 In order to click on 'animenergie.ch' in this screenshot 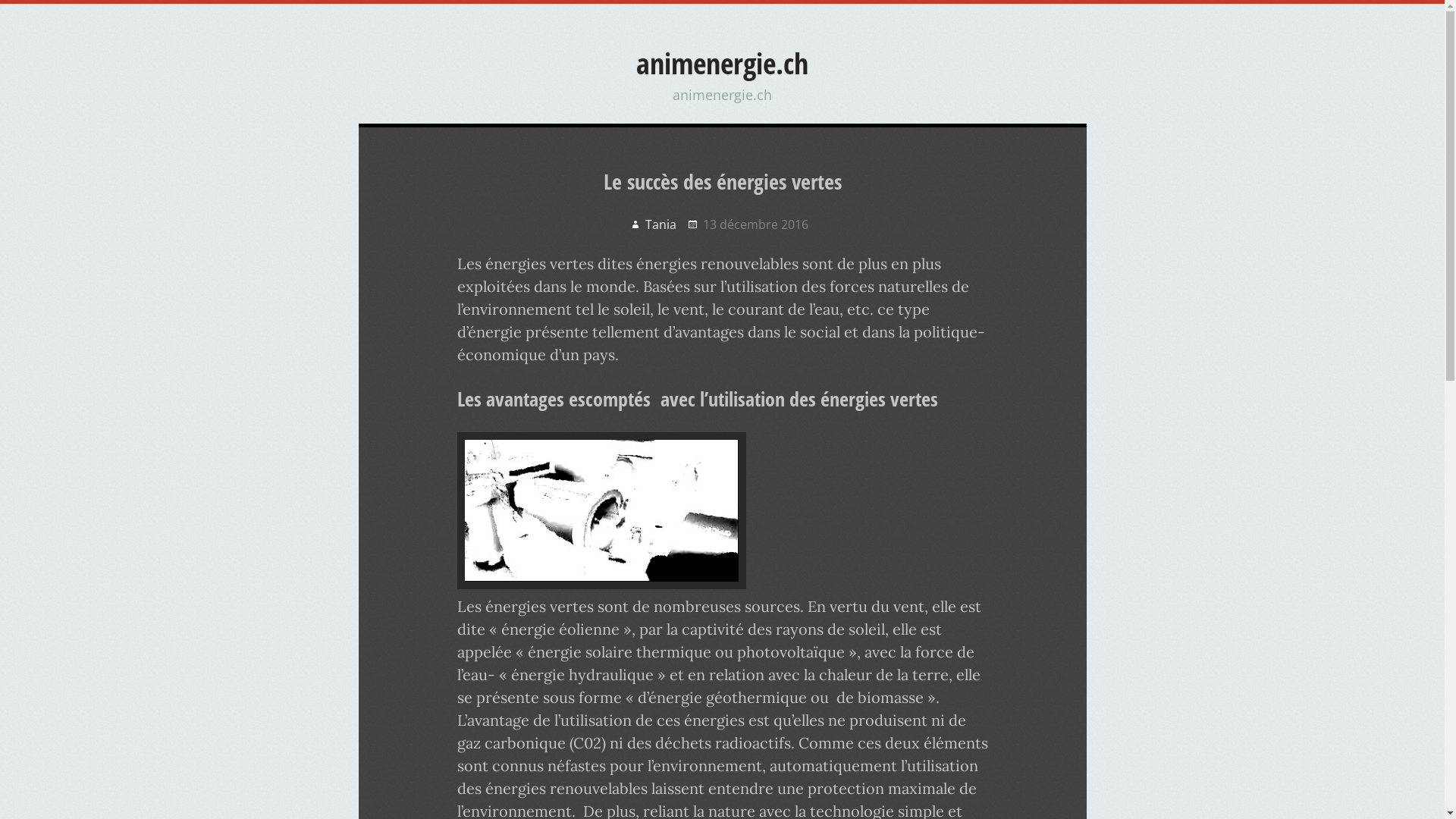, I will do `click(636, 62)`.